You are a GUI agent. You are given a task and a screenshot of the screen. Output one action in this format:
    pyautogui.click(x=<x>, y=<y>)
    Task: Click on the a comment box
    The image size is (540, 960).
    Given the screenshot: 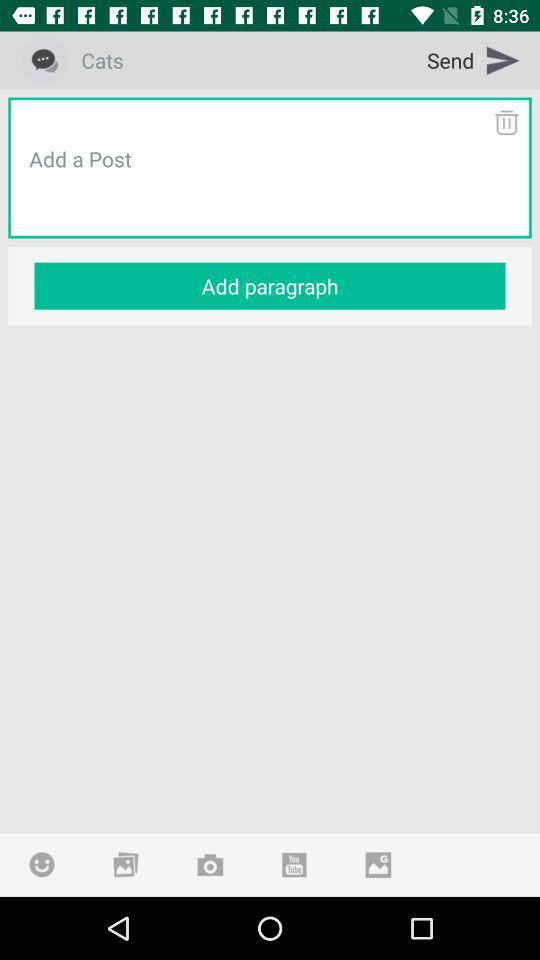 What is the action you would take?
    pyautogui.click(x=270, y=183)
    